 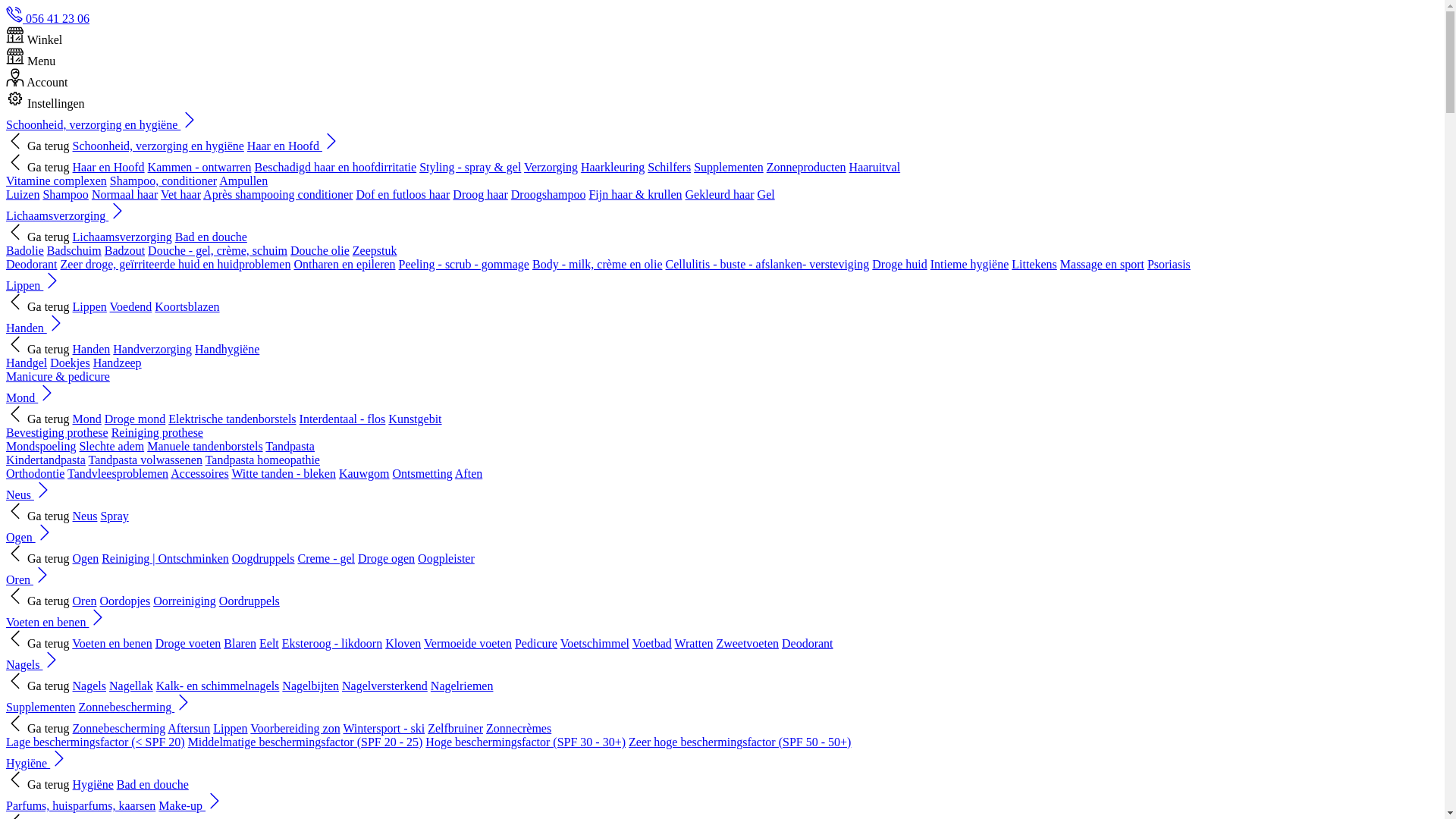 What do you see at coordinates (125, 600) in the screenshot?
I see `'Oordopjes'` at bounding box center [125, 600].